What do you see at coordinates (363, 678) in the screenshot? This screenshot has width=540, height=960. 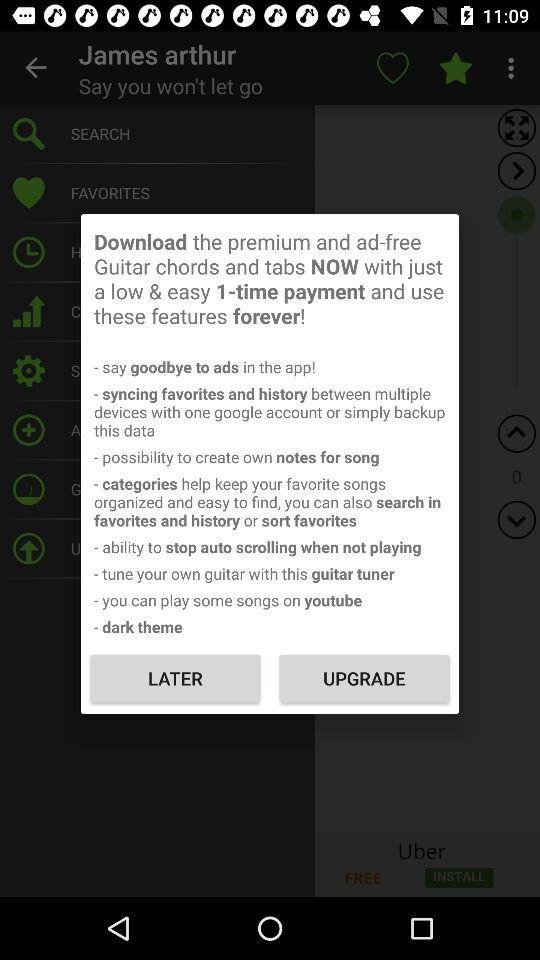 I see `icon to the right of the later item` at bounding box center [363, 678].